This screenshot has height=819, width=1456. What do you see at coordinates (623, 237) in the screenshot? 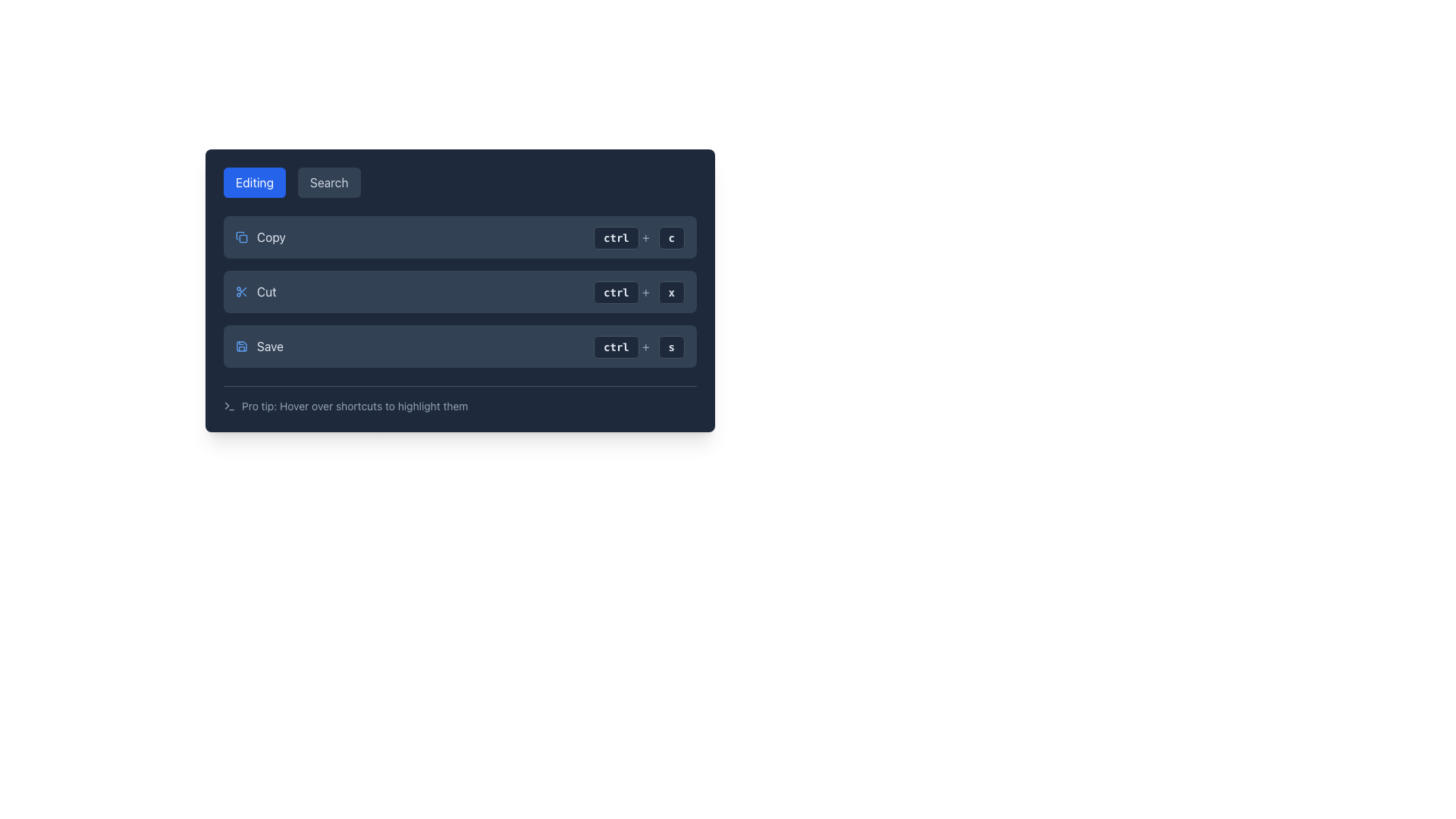
I see `the Text label that indicates the keyboard shortcut 'Ctrl+C' for the action 'Copy', located in the first row of shortcut descriptions, adjacent to 'Copy' on the left and 'c' on the right` at bounding box center [623, 237].